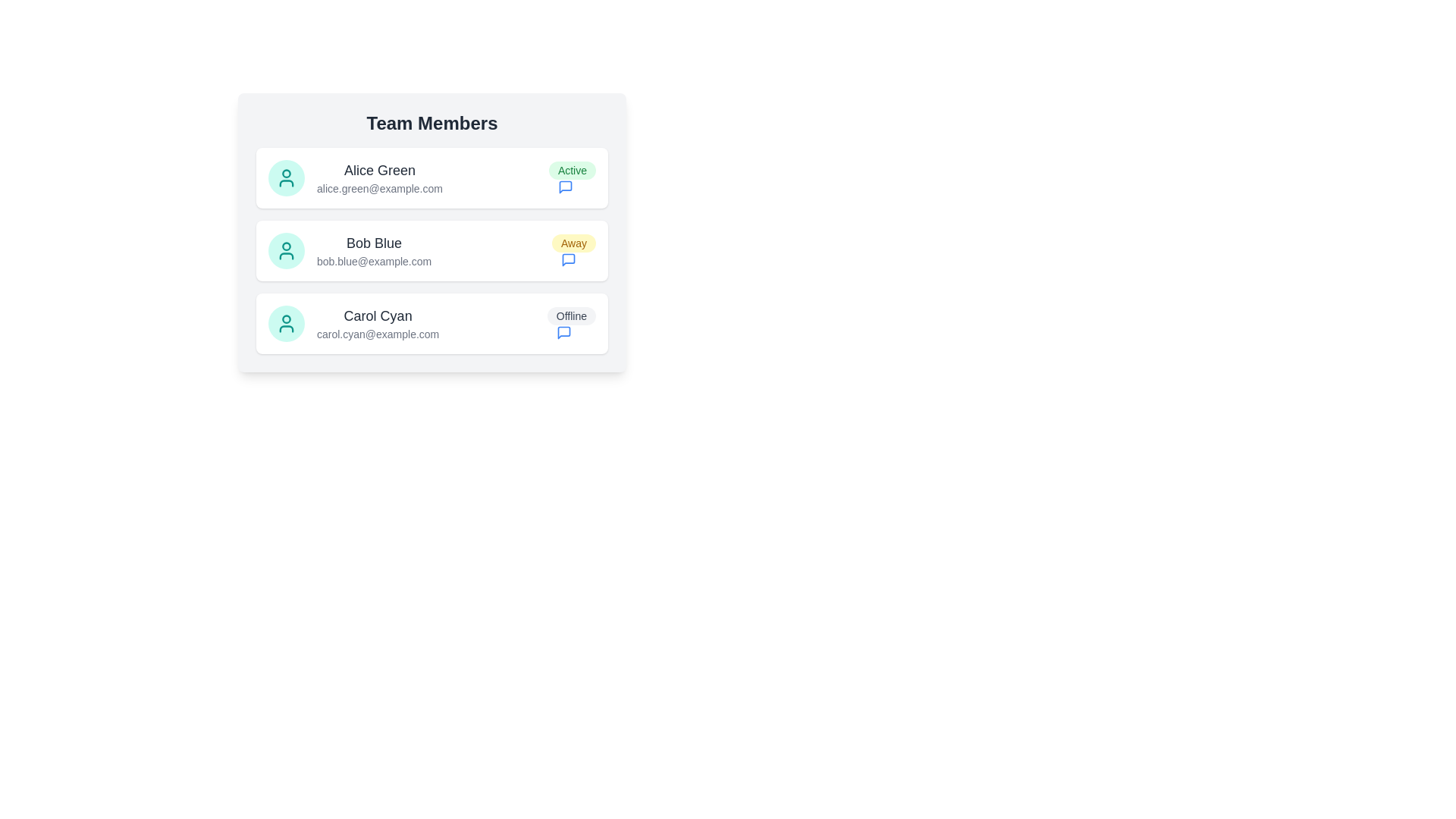  Describe the element at coordinates (431, 233) in the screenshot. I see `displayed information from the second Informational card component in the 'Team Members' list, which contains details about a specific team member` at that location.